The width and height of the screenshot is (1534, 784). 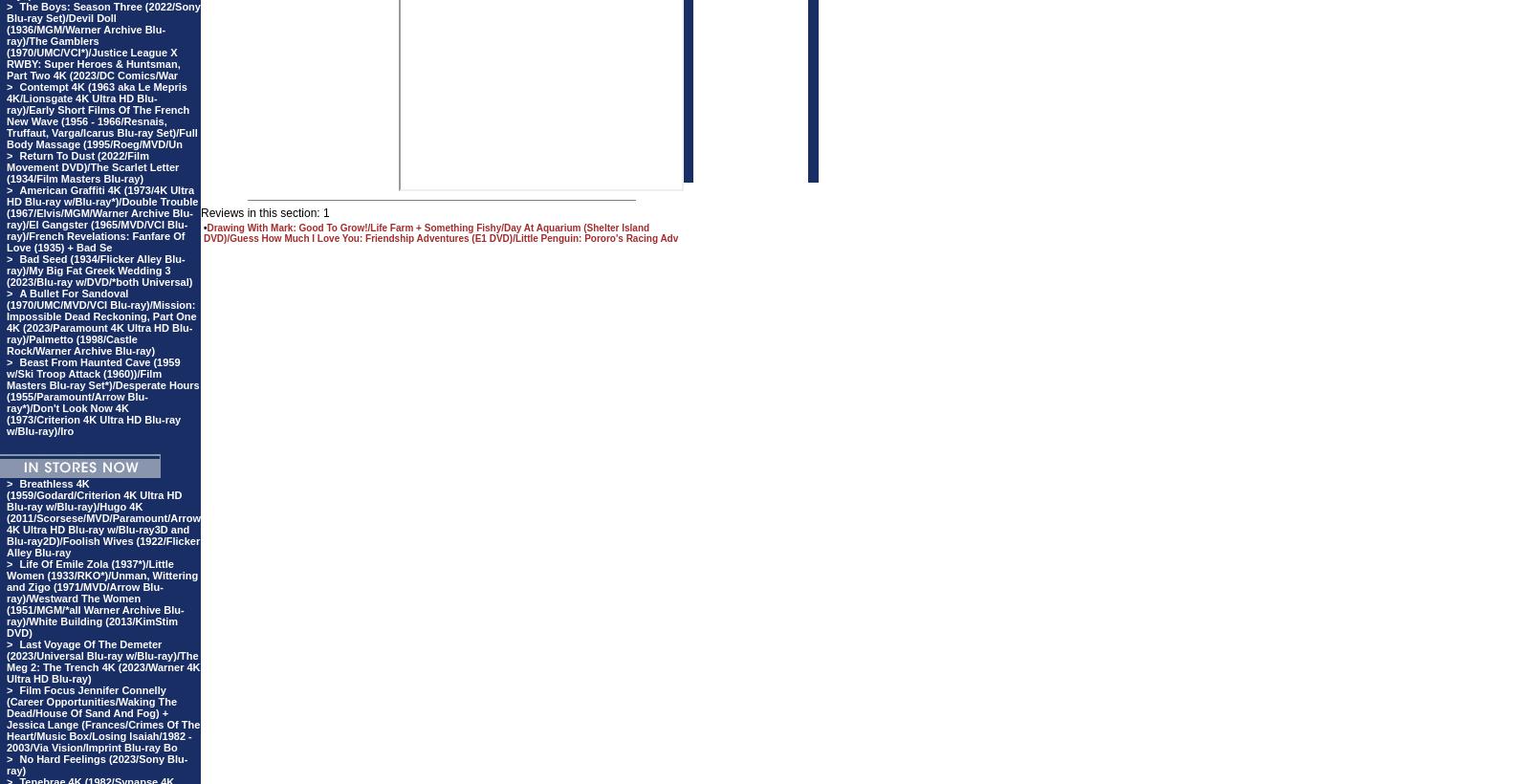 I want to click on 'Life Of Emile Zola (1937*)/Little Women (1933/RKO*)/Unman, Wittering and Zigo (1971/MVD/Arrow Blu-ray)/Westward The Women (1951/MGM/*all Warner Archive Blu-ray)/White Building (2013/KimStim DVD)', so click(x=6, y=597).